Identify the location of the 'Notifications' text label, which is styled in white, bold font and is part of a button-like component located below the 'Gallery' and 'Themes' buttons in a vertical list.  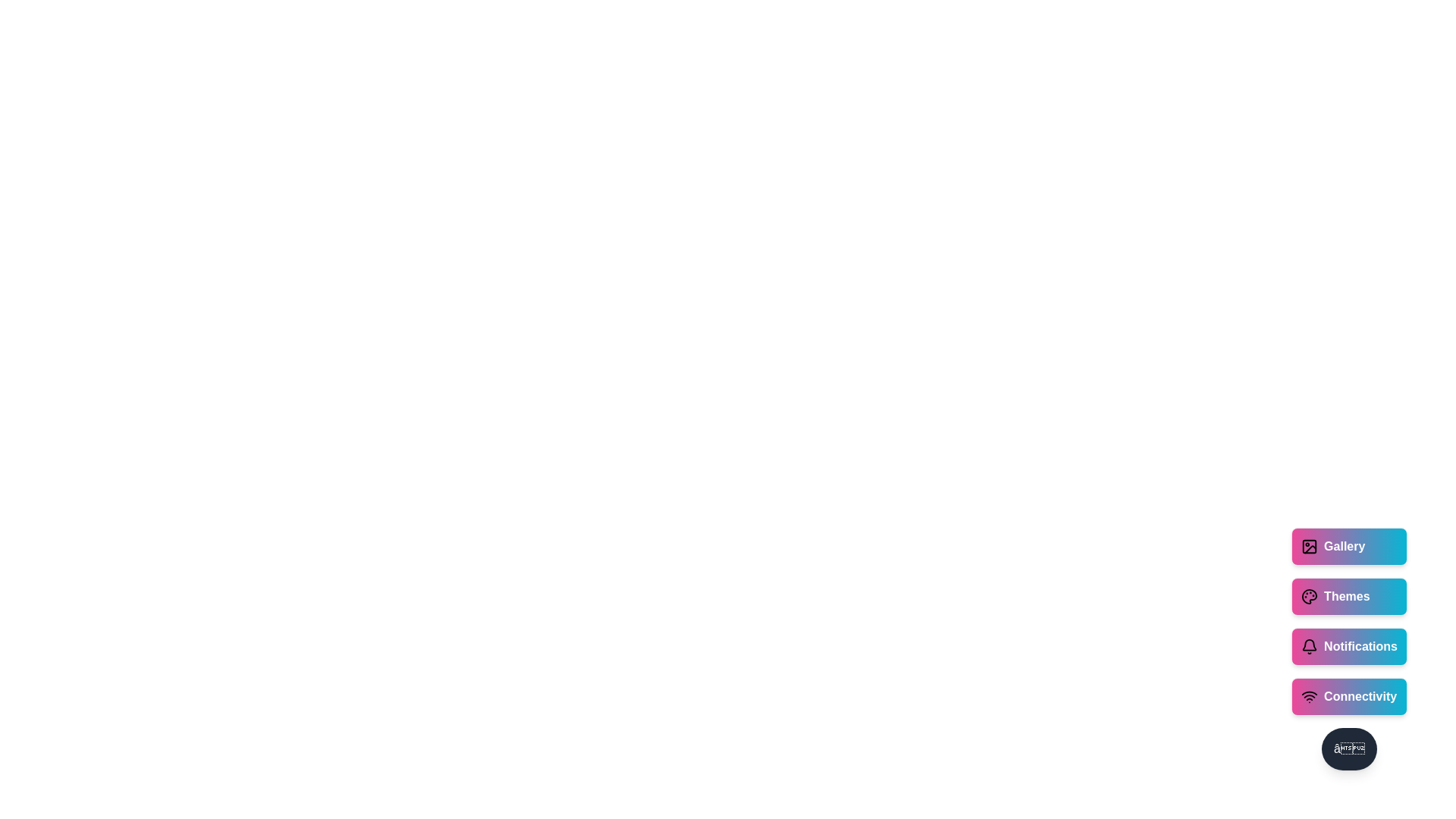
(1360, 646).